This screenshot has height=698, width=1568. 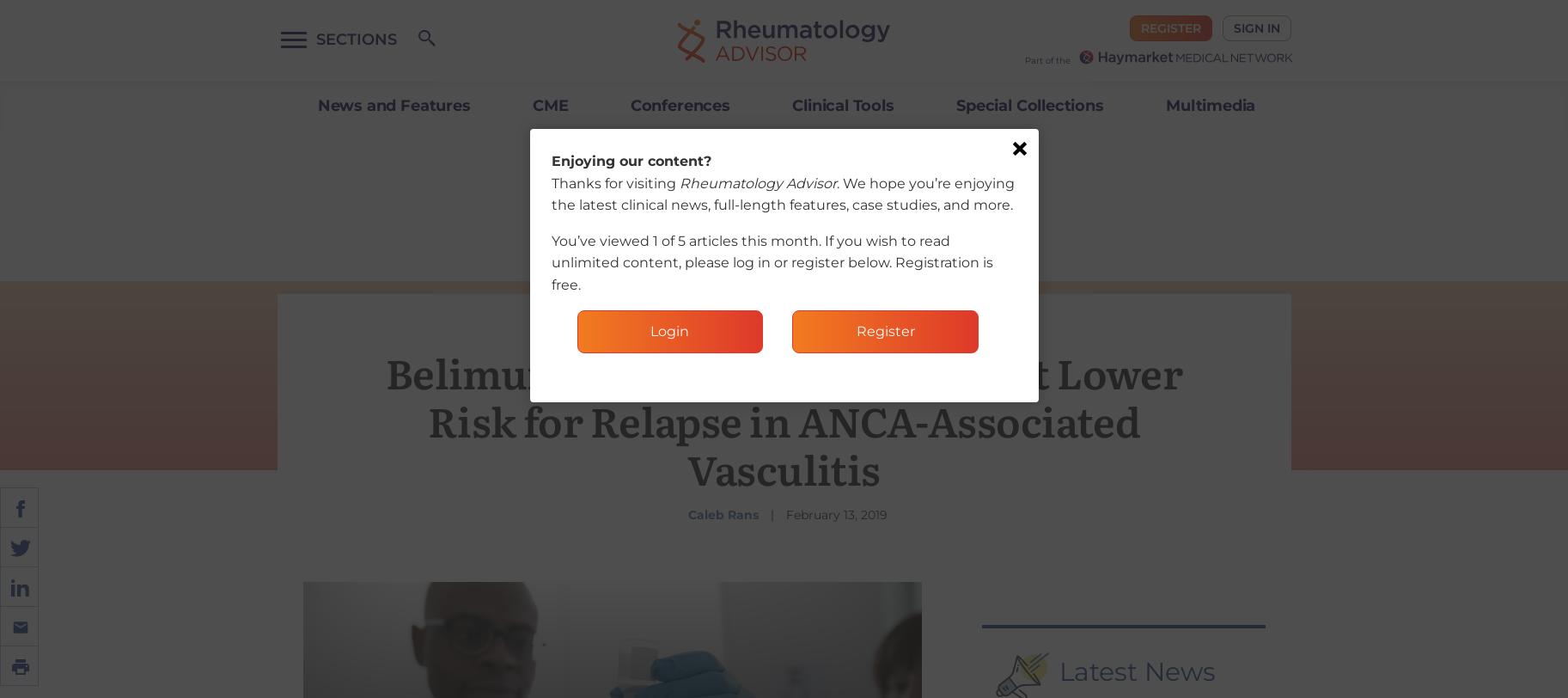 What do you see at coordinates (1023, 59) in the screenshot?
I see `'Part of the'` at bounding box center [1023, 59].